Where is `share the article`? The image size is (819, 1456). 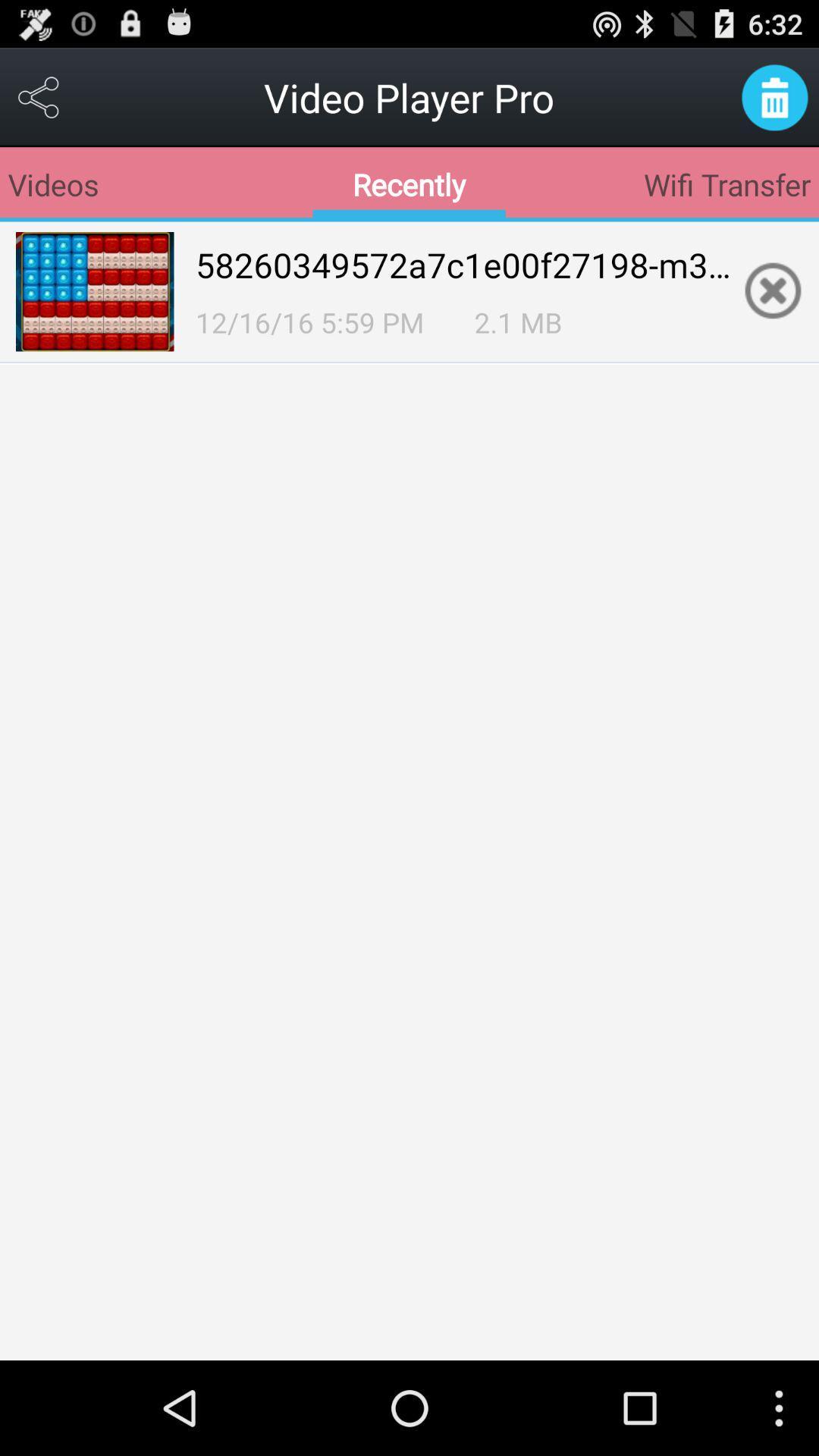
share the article is located at coordinates (39, 96).